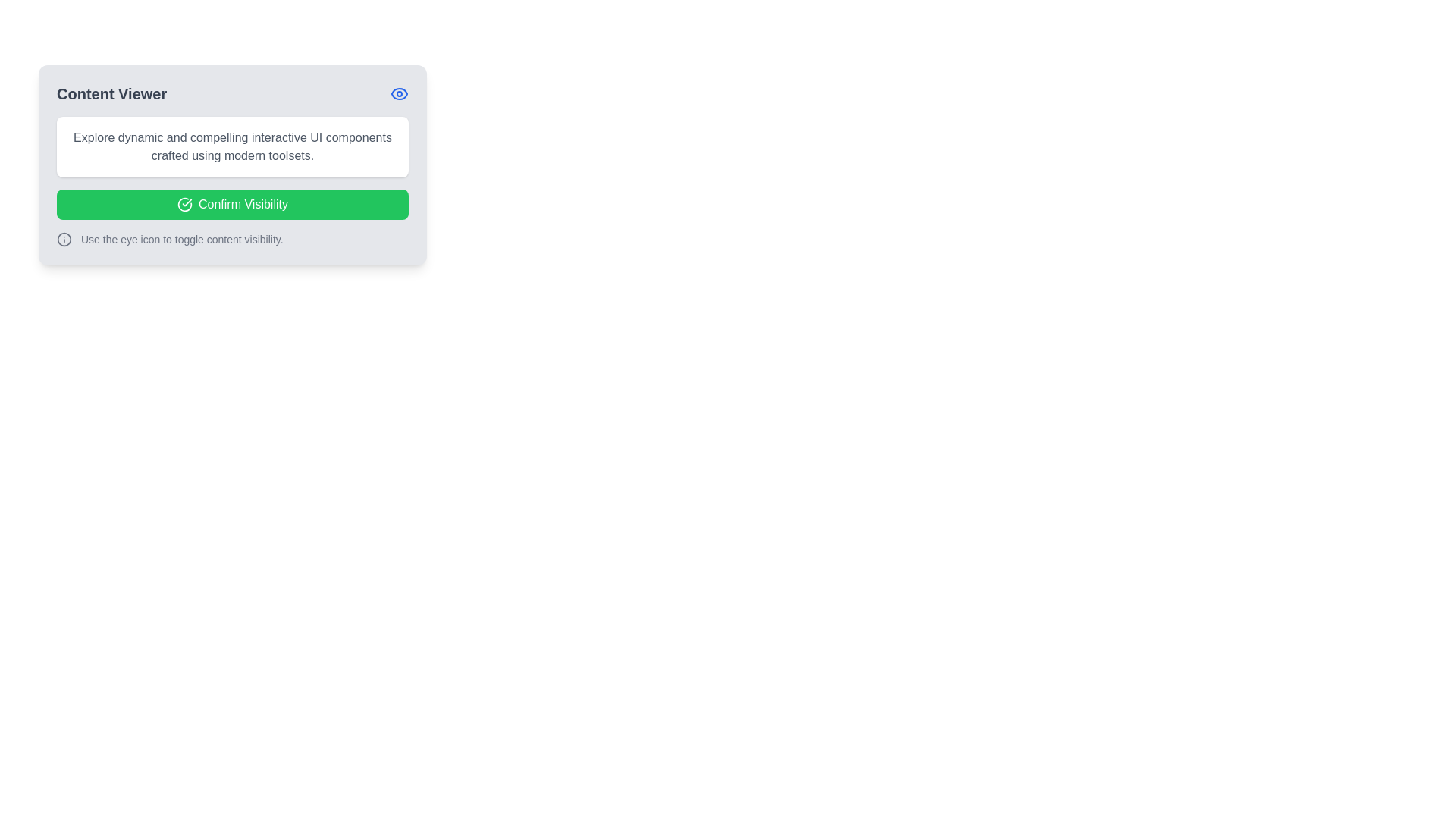  What do you see at coordinates (64, 239) in the screenshot?
I see `the SVG graphic icon located at the bottom left of the text description 'Use the eye icon to toggle content visibility.'` at bounding box center [64, 239].